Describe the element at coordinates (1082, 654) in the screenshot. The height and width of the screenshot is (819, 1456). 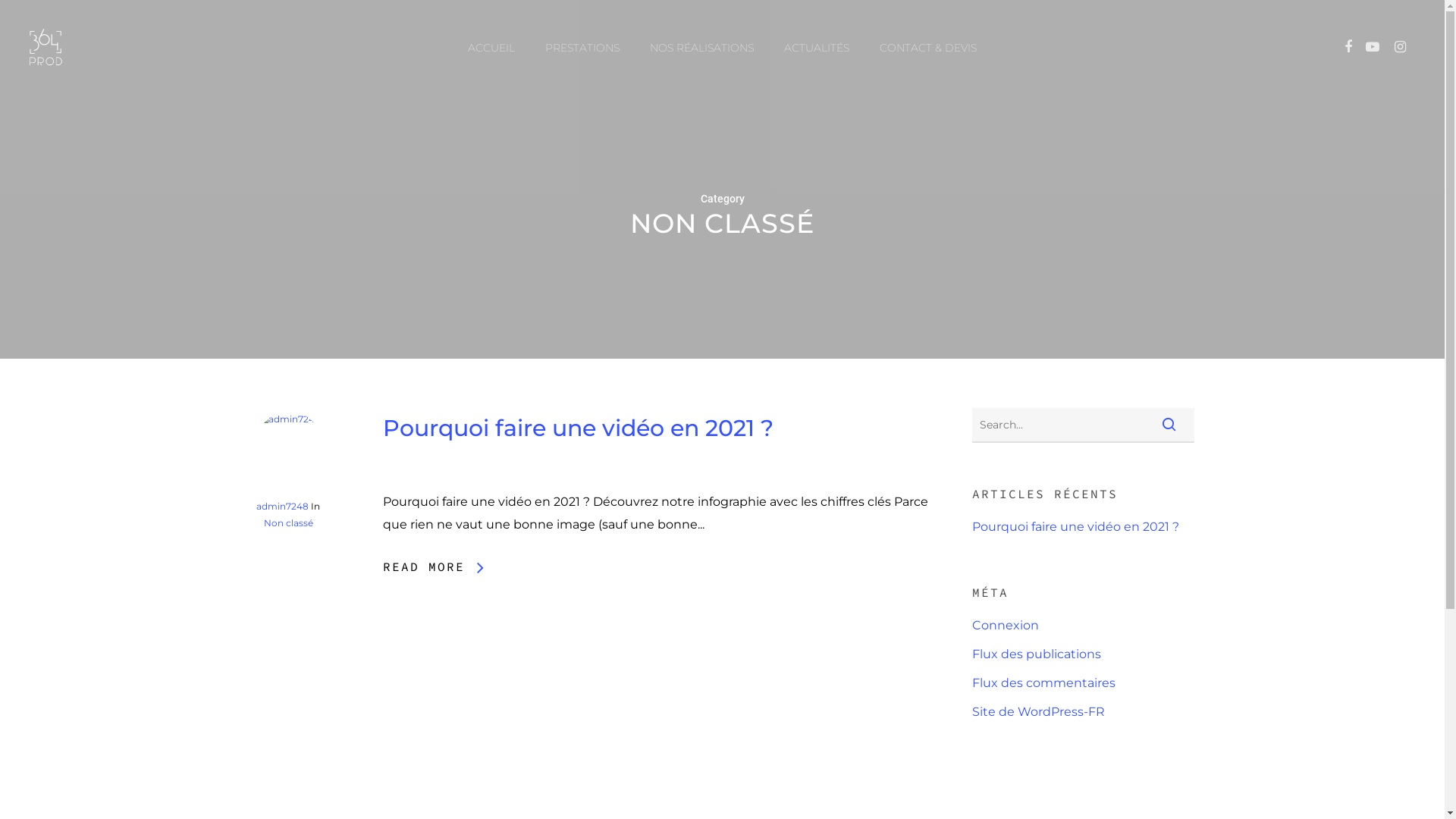
I see `'Flux des publications'` at that location.